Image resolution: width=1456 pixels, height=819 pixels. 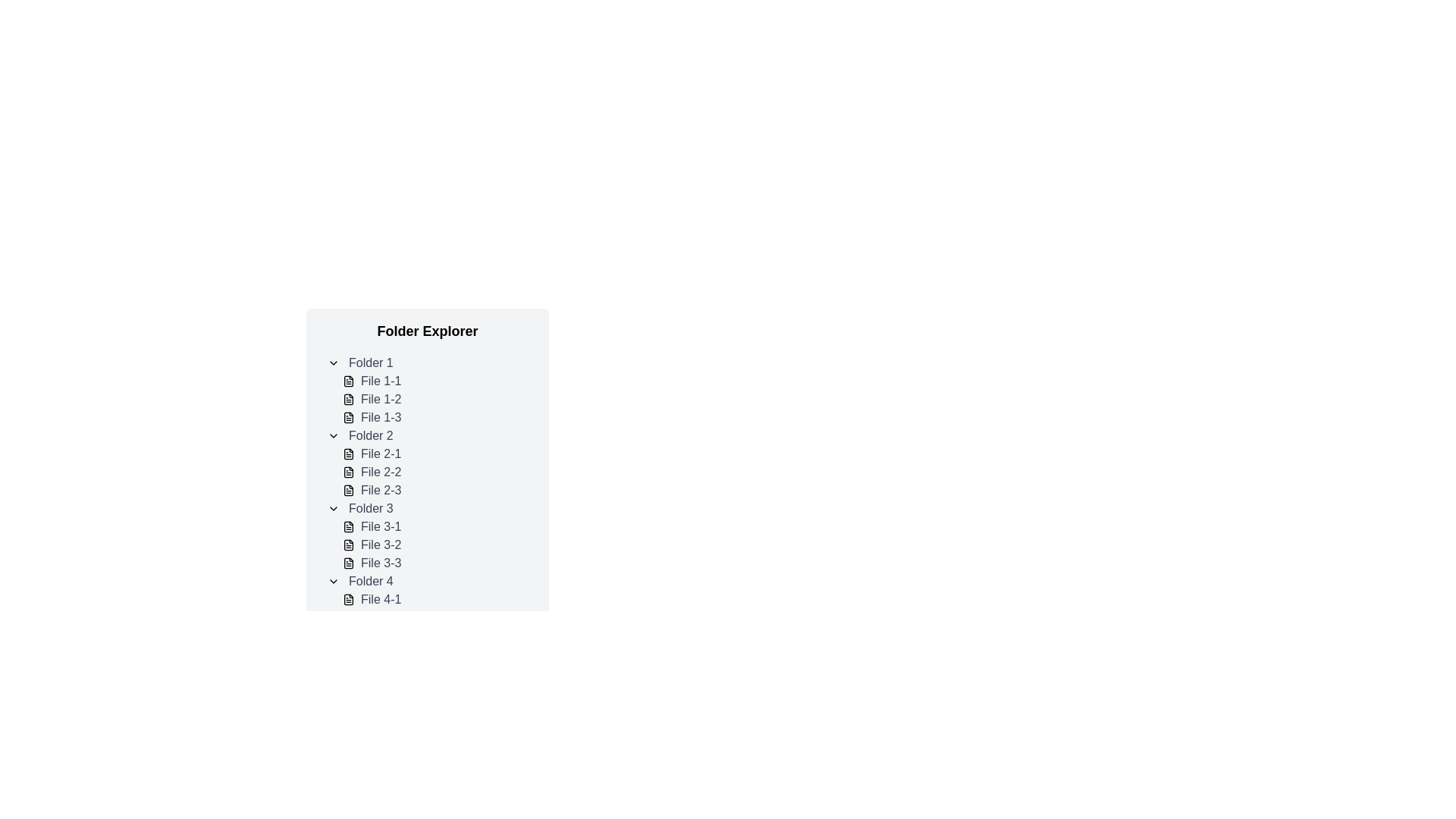 I want to click on on the text label representing the folder entry named 'Folder 1' in the hierarchical navigation menu, so click(x=371, y=362).